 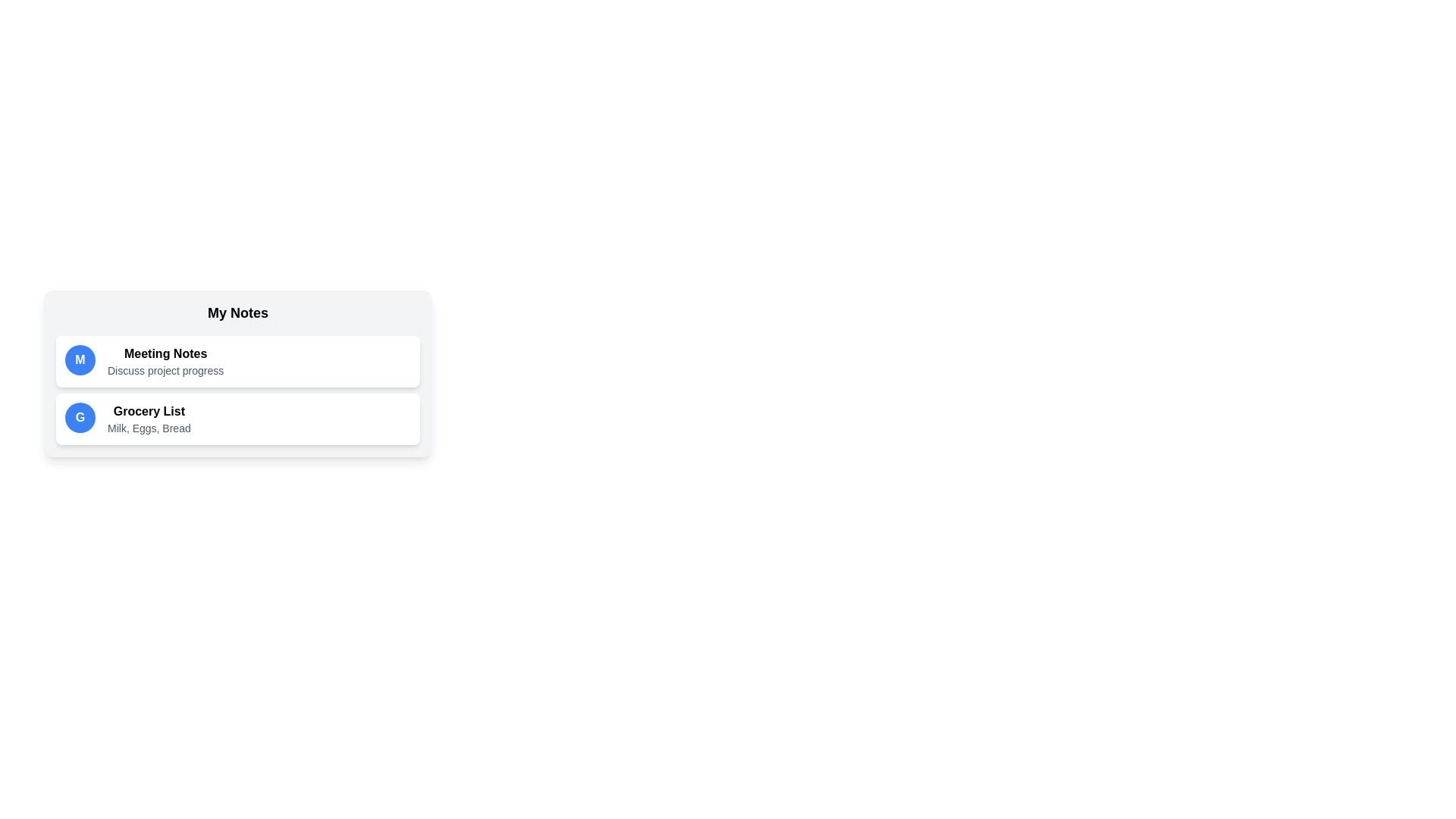 What do you see at coordinates (237, 362) in the screenshot?
I see `the note titled Meeting Notes to select it` at bounding box center [237, 362].